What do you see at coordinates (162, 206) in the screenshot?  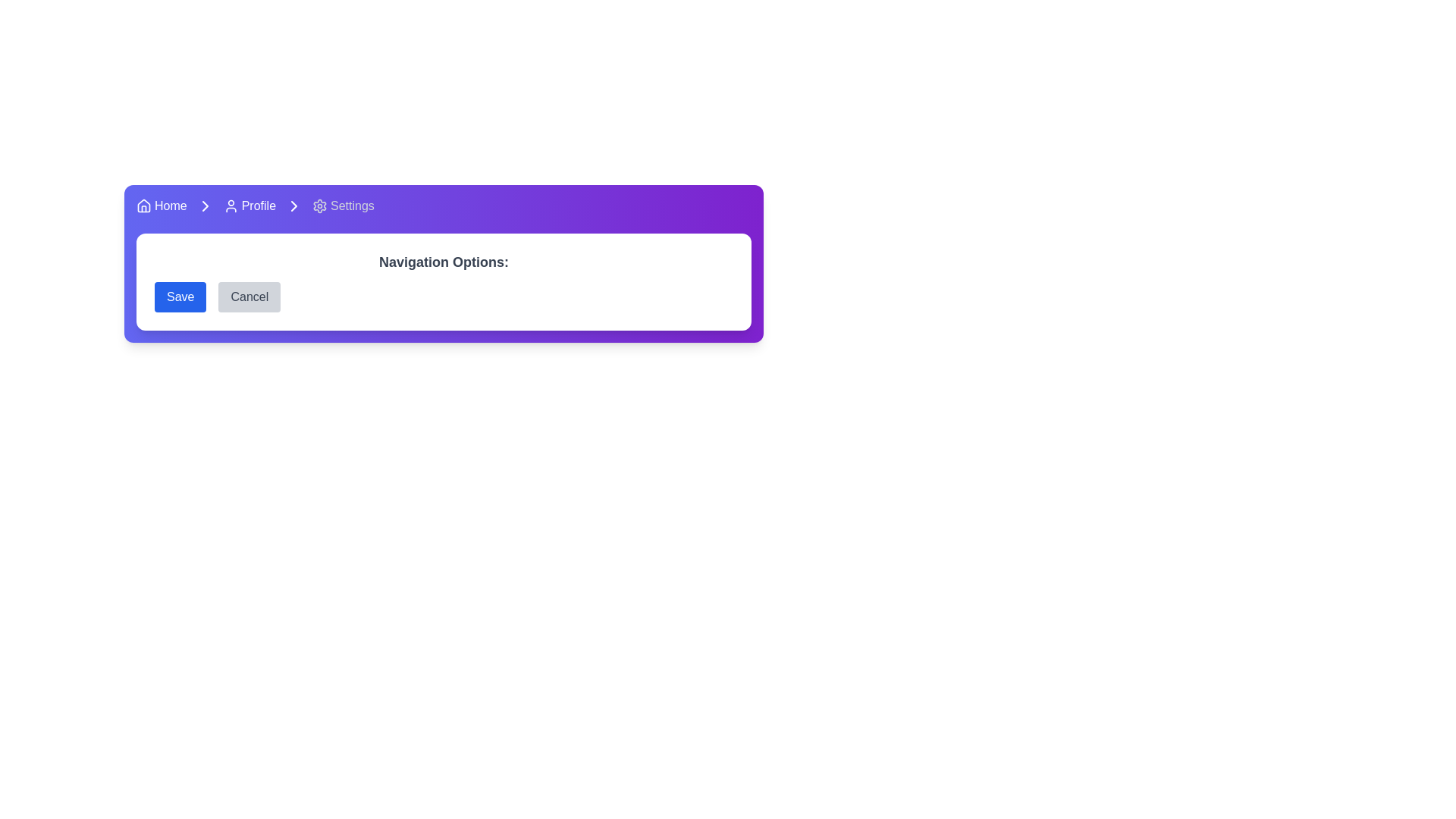 I see `the 'Home' interactive link, which is a text label displaying 'Home' next to a house icon, located in the top-left corner of the navigation bar` at bounding box center [162, 206].